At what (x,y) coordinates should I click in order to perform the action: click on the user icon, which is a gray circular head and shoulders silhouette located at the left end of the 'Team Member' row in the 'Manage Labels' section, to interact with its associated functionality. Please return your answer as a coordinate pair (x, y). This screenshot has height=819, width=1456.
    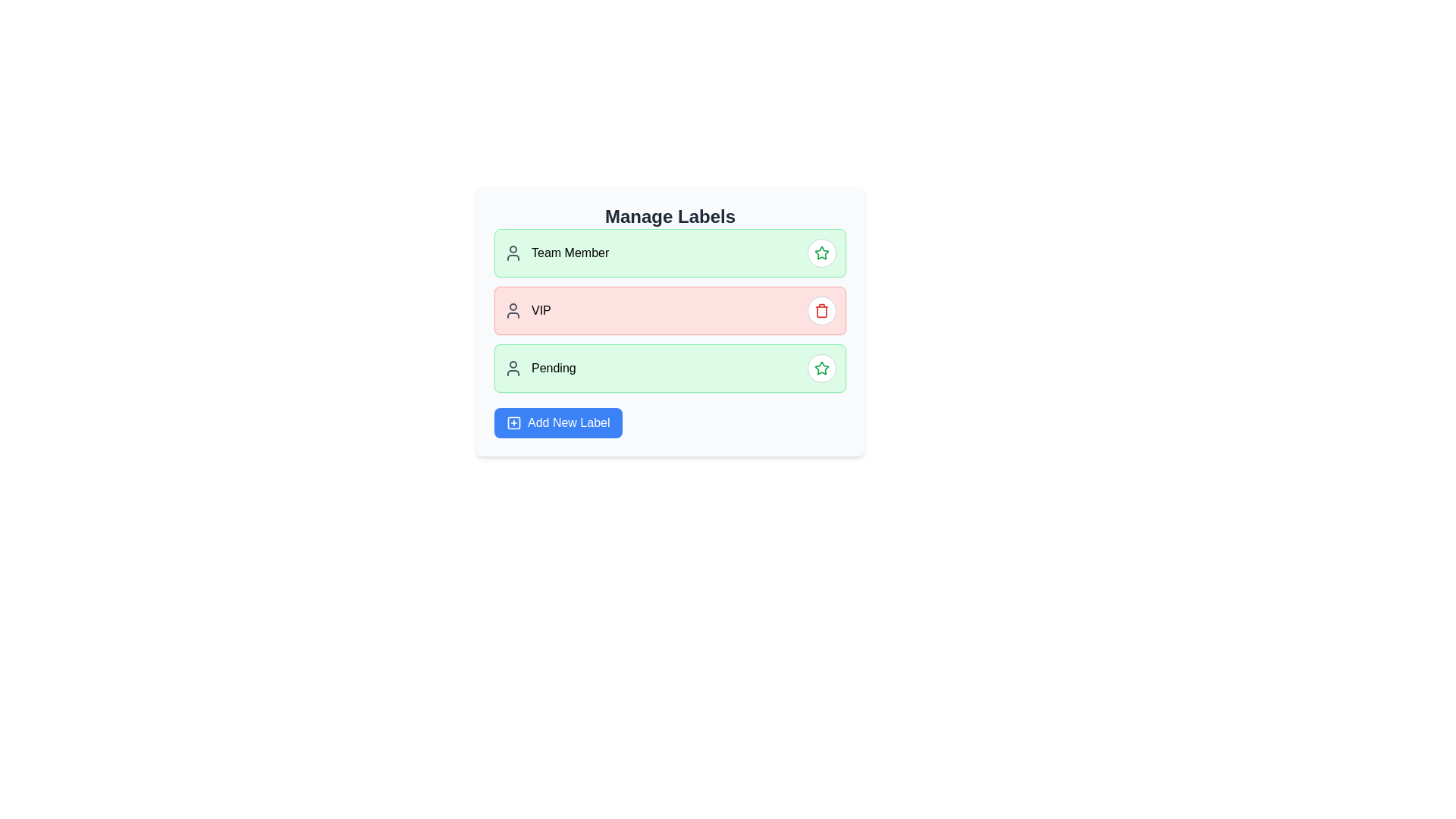
    Looking at the image, I should click on (513, 253).